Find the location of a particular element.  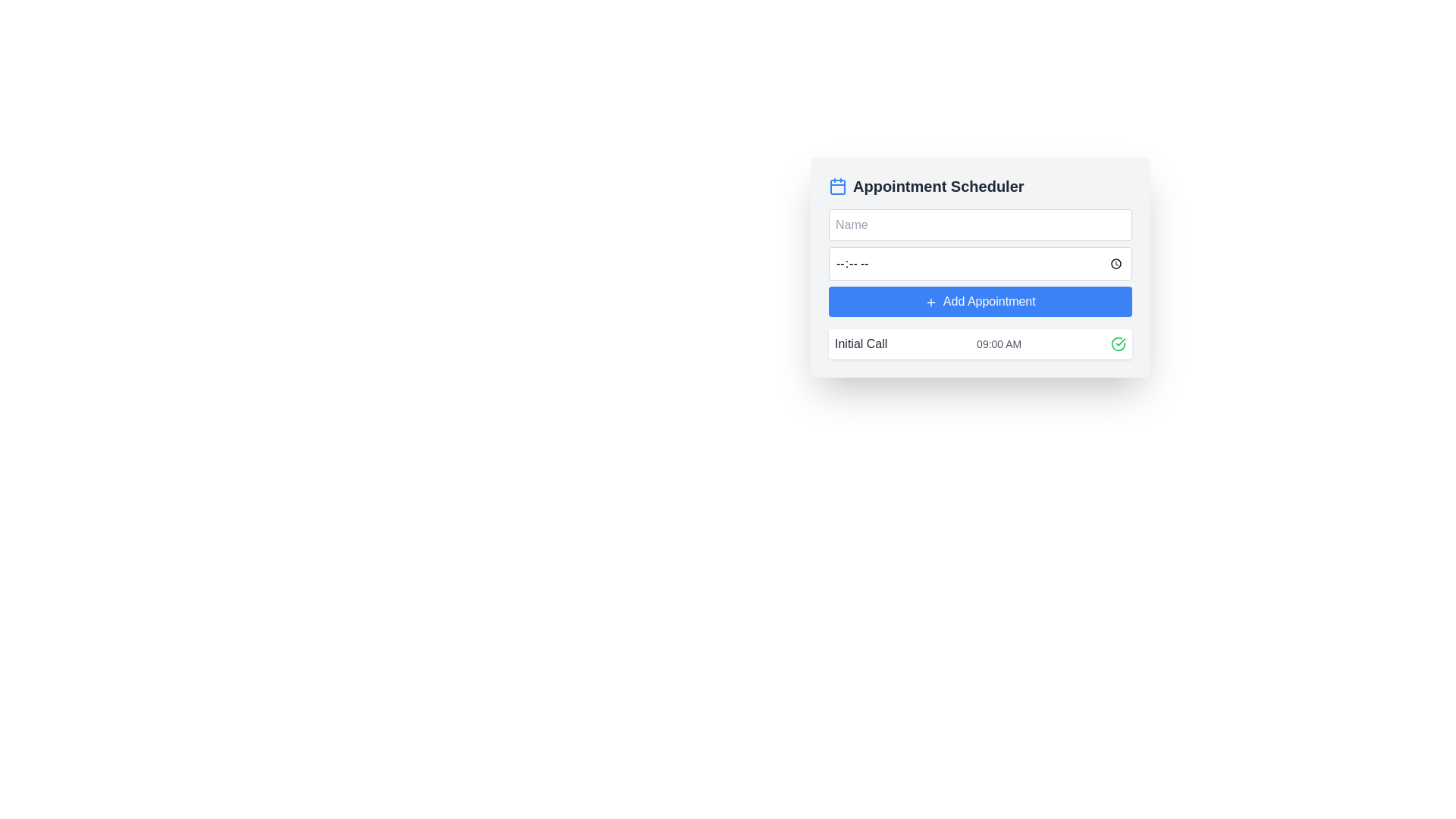

the Header element that features an icon and large bold text, located at the top of the card beneath its border is located at coordinates (980, 186).